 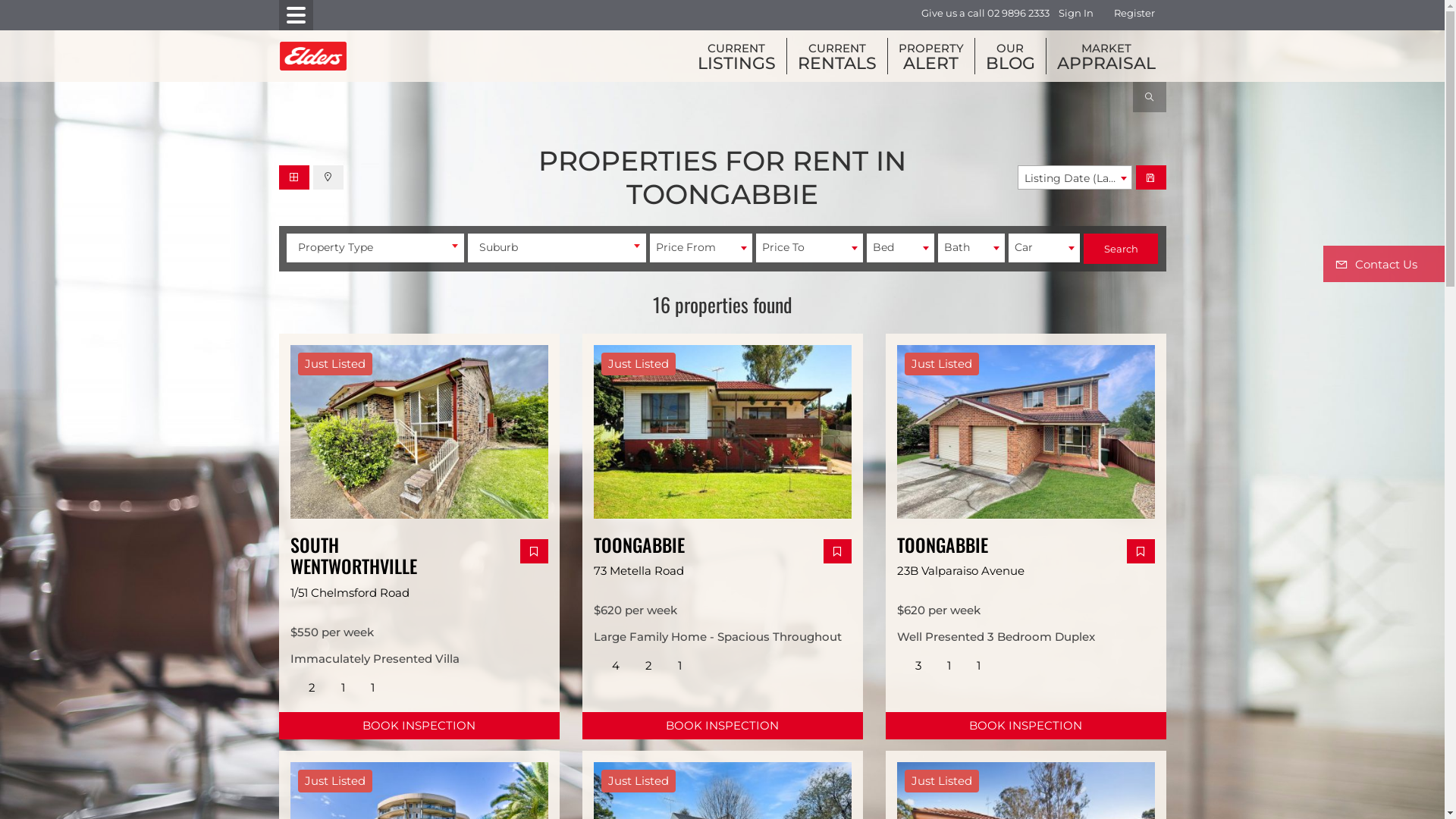 I want to click on 'Register', so click(x=1134, y=14).